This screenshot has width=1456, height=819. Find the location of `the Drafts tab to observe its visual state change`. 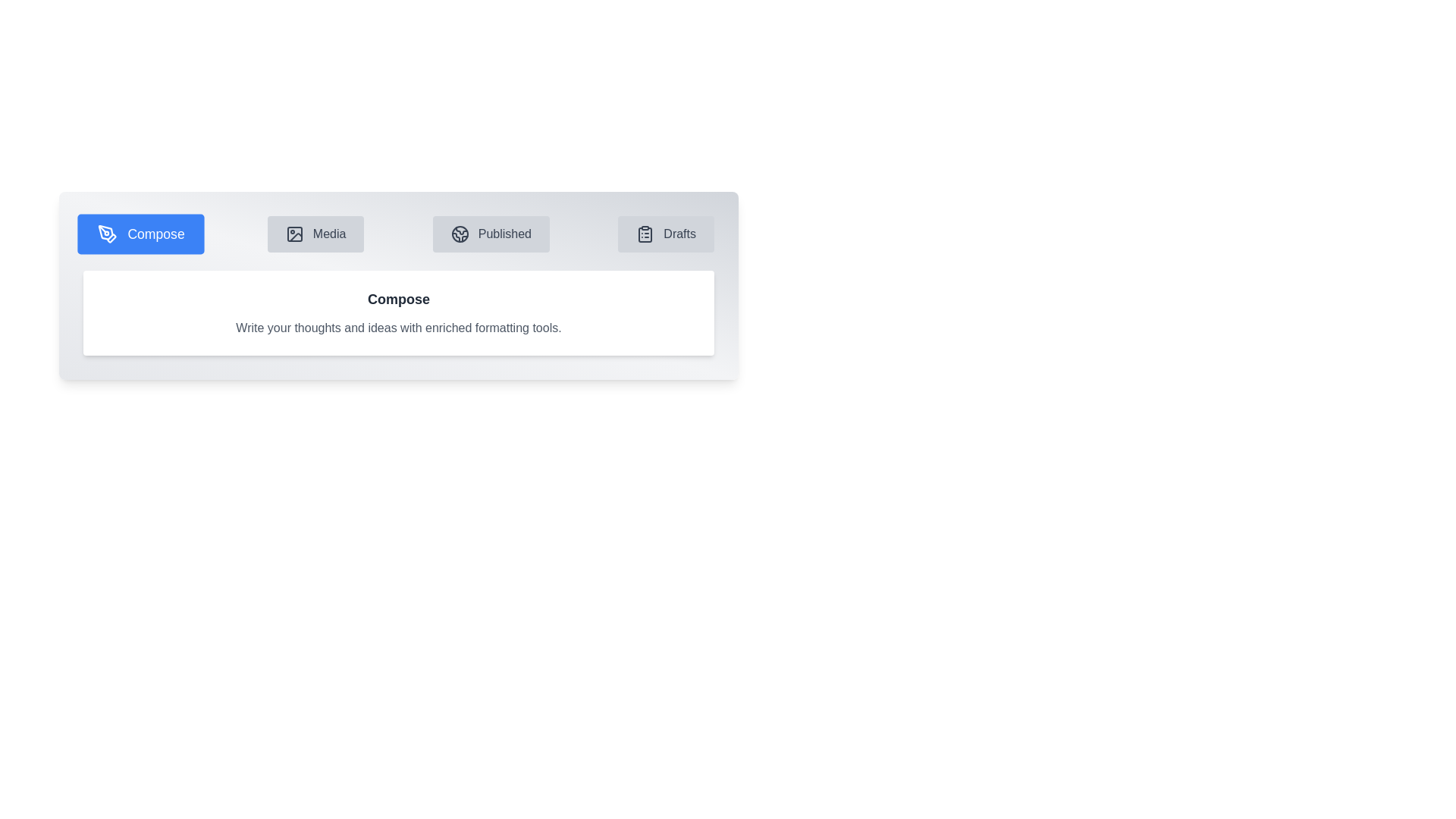

the Drafts tab to observe its visual state change is located at coordinates (666, 234).